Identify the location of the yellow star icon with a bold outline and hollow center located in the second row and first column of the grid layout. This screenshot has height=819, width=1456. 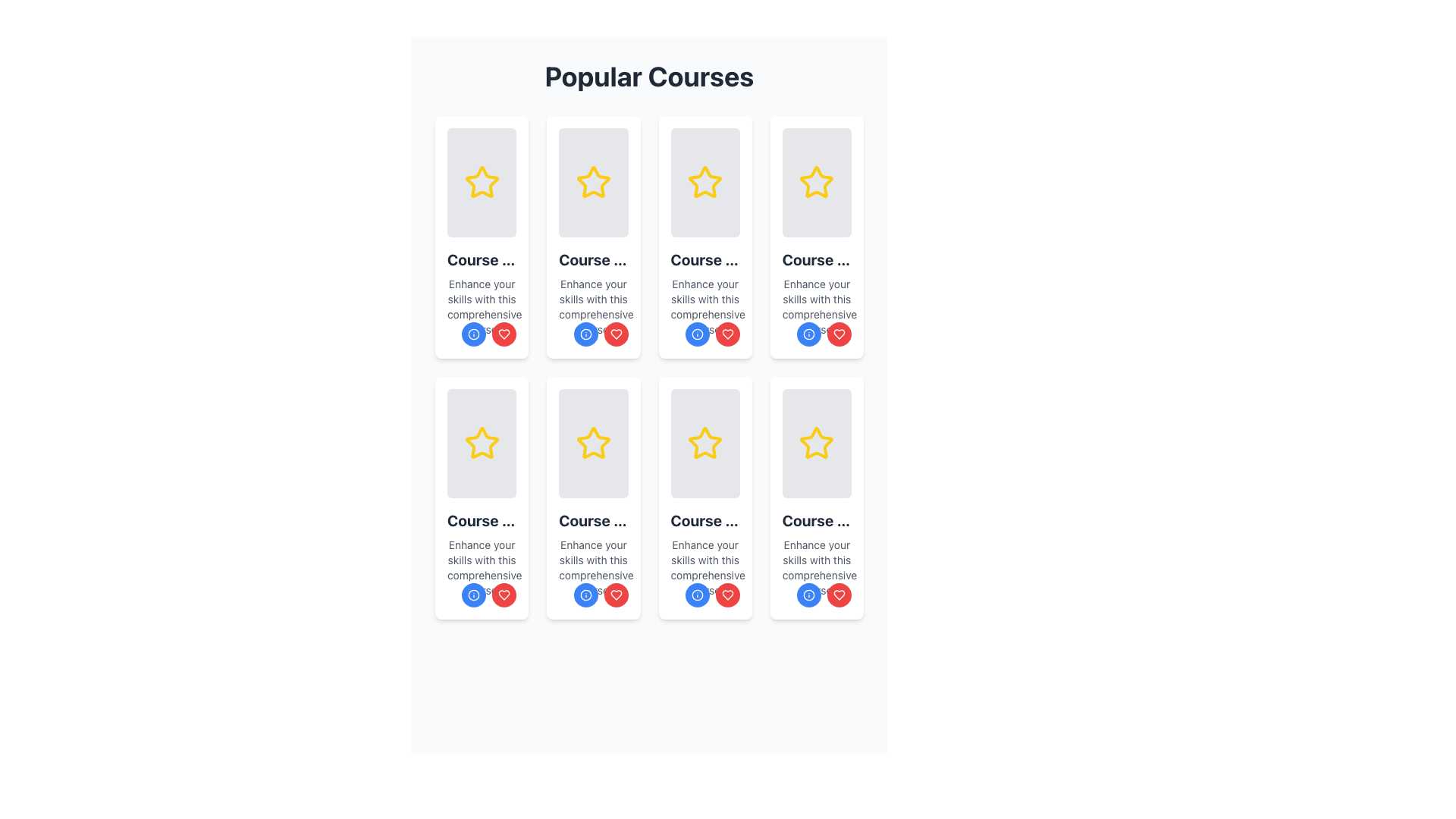
(481, 444).